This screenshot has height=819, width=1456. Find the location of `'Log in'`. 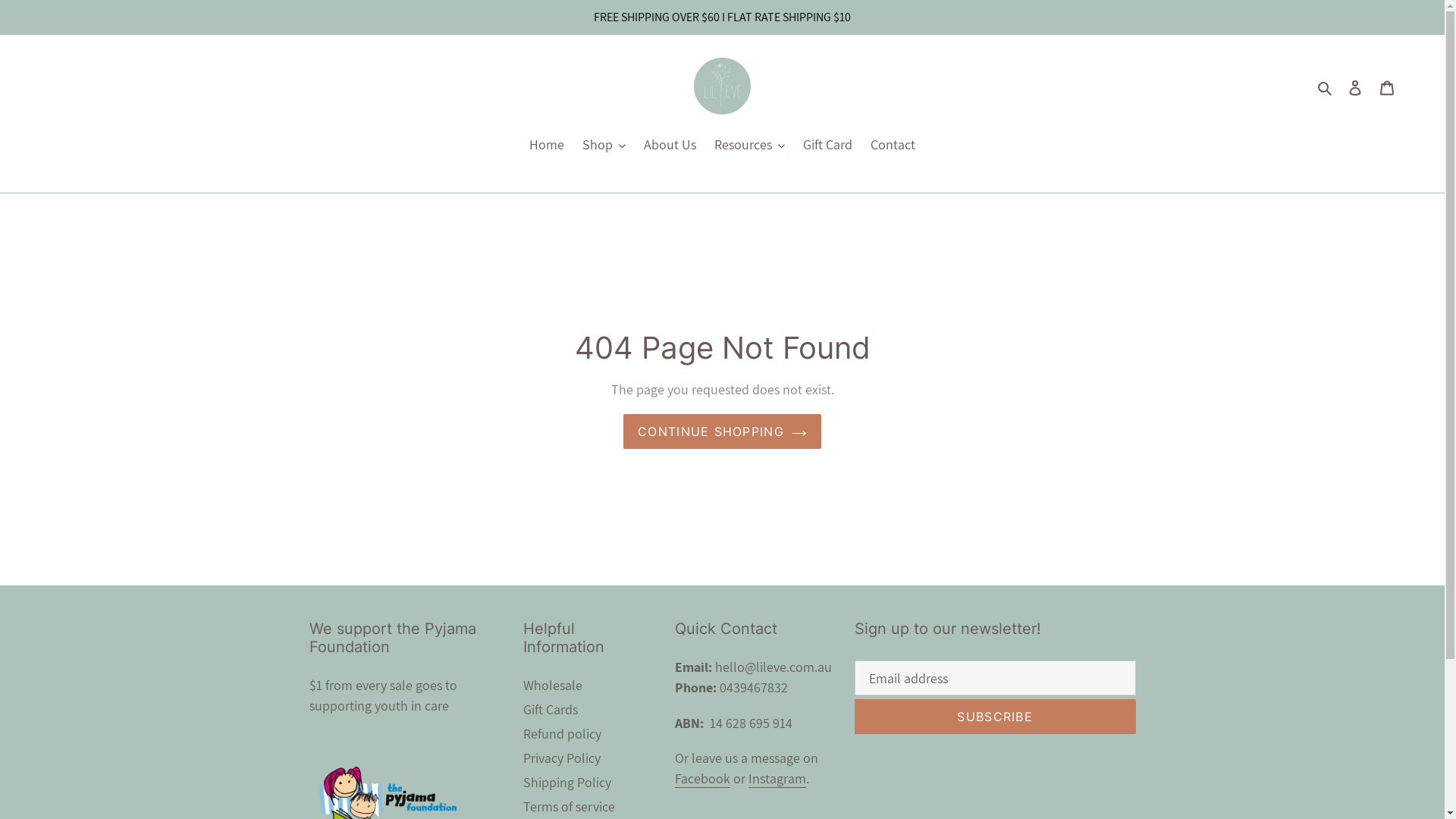

'Log in' is located at coordinates (1354, 86).